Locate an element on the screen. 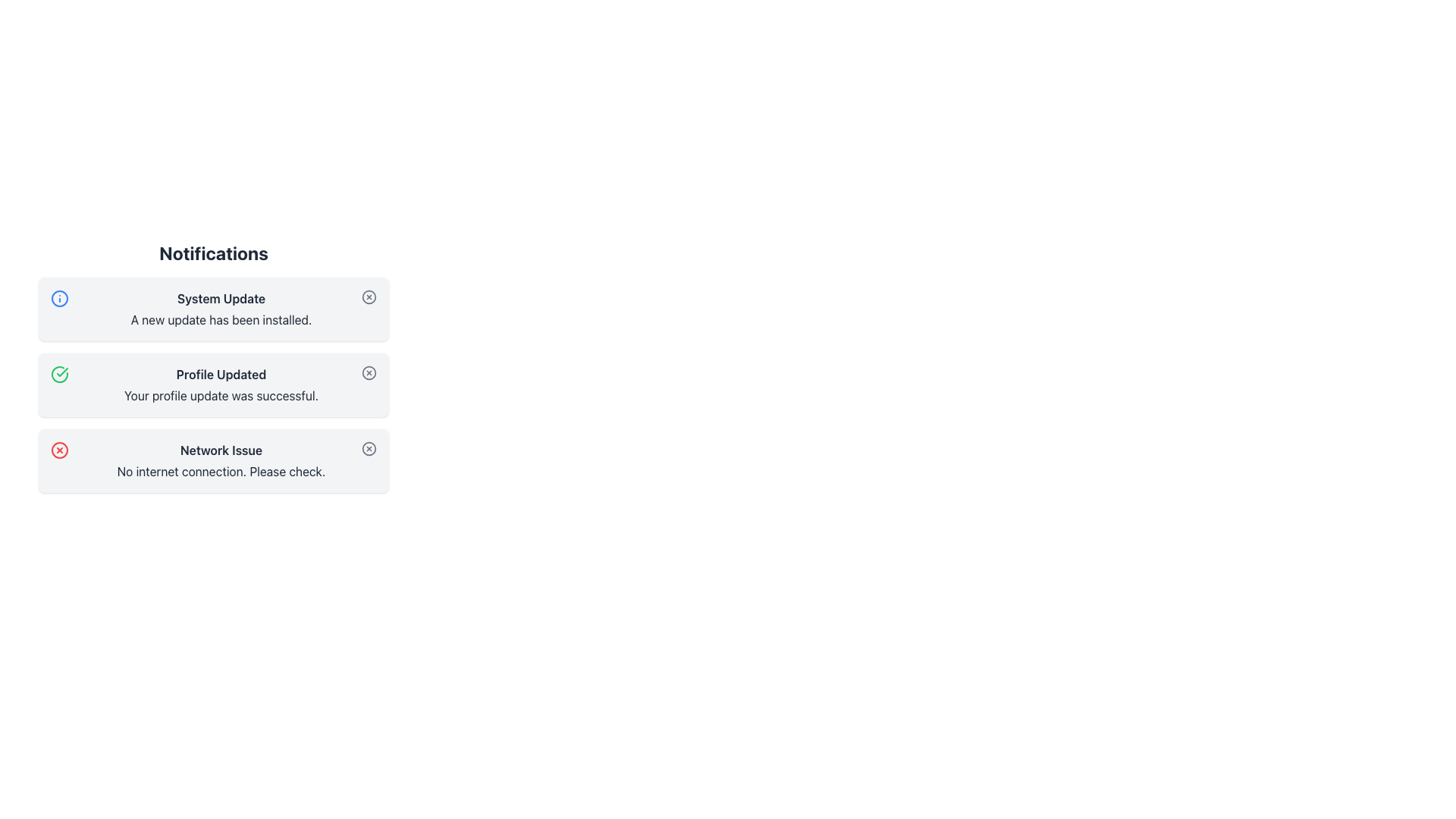 This screenshot has height=819, width=1456. text label that informs the user about network connectivity problems, located in the third notification card under the 'Network Issue' title is located at coordinates (221, 470).